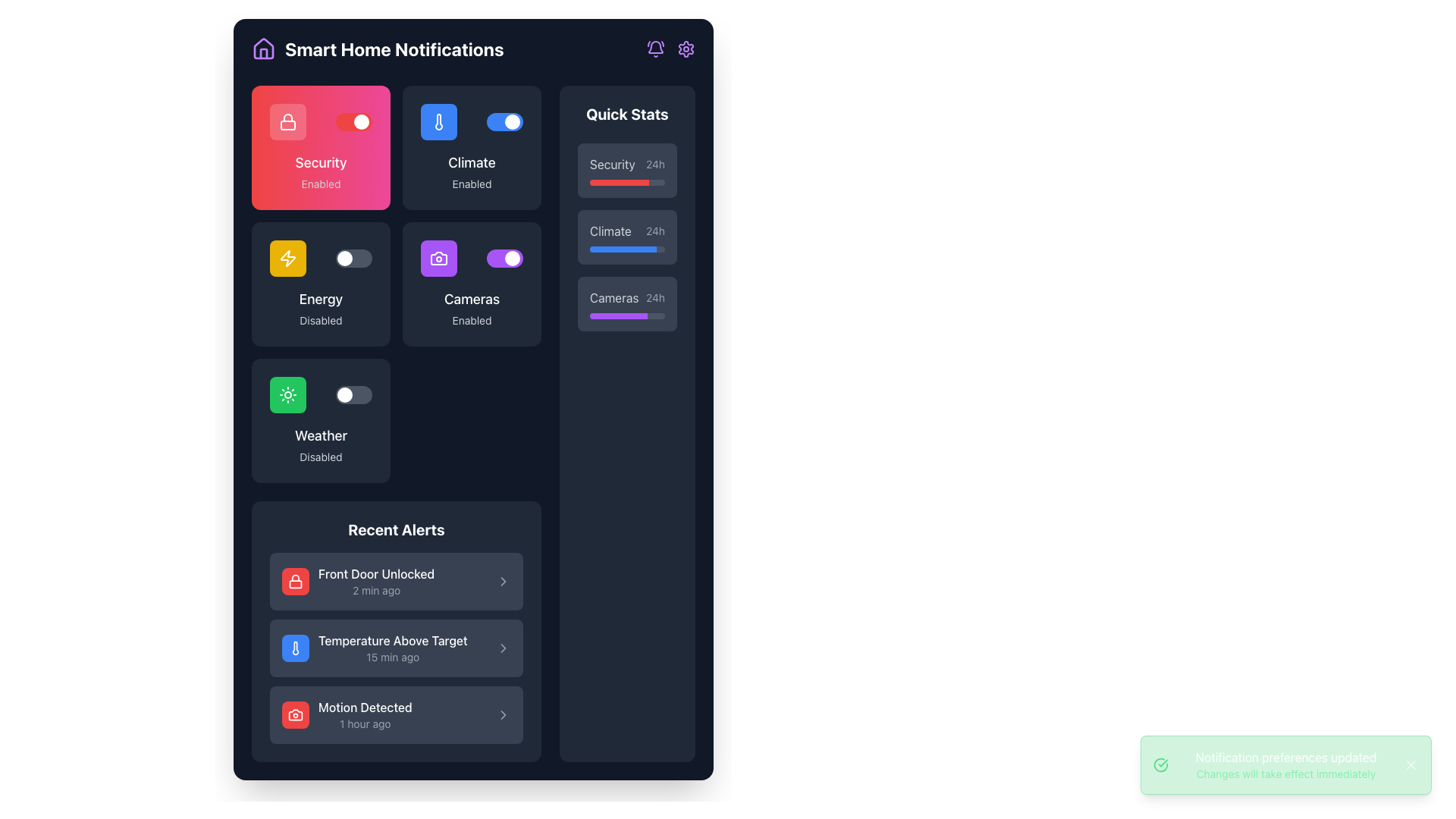 Image resolution: width=1456 pixels, height=819 pixels. Describe the element at coordinates (655, 298) in the screenshot. I see `the text label '24h' in the Quick Stats panel, which is styled in a small gray font and located next to the 'Cameras' label` at that location.